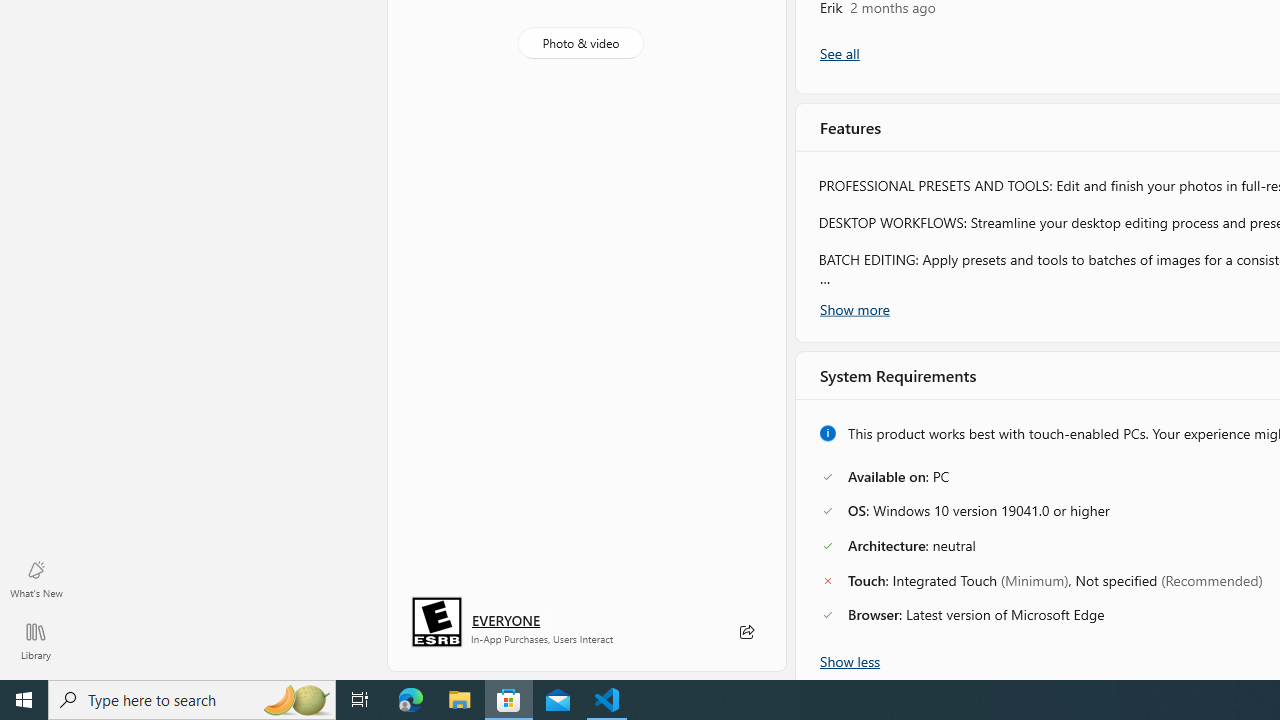 This screenshot has height=720, width=1280. Describe the element at coordinates (839, 52) in the screenshot. I see `'Show all ratings and reviews'` at that location.